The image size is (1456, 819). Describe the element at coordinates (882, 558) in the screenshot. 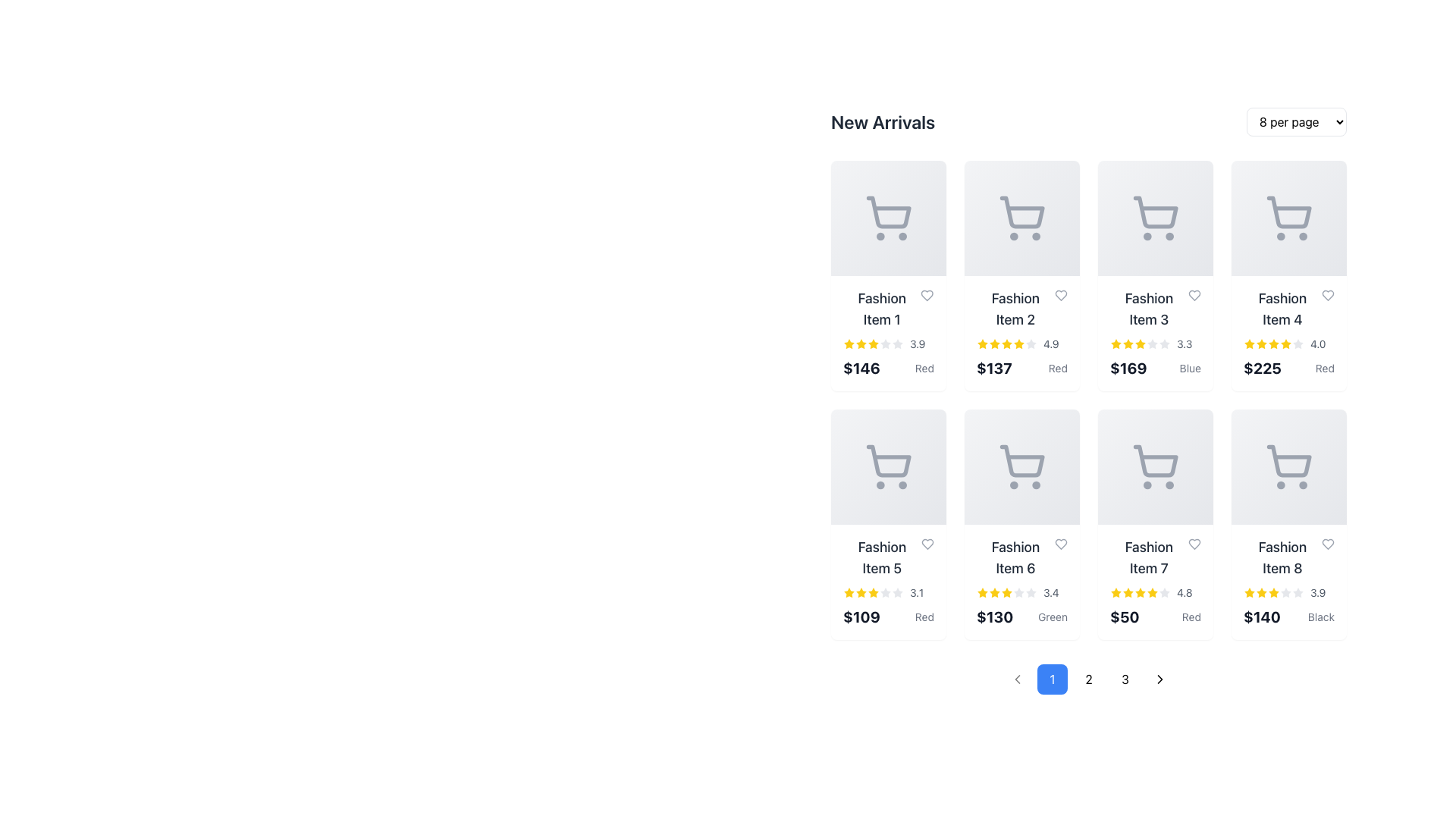

I see `text label that serves as the title or name of the product located in the second row, first column of the grid layout under the 'New Arrivals' section` at that location.